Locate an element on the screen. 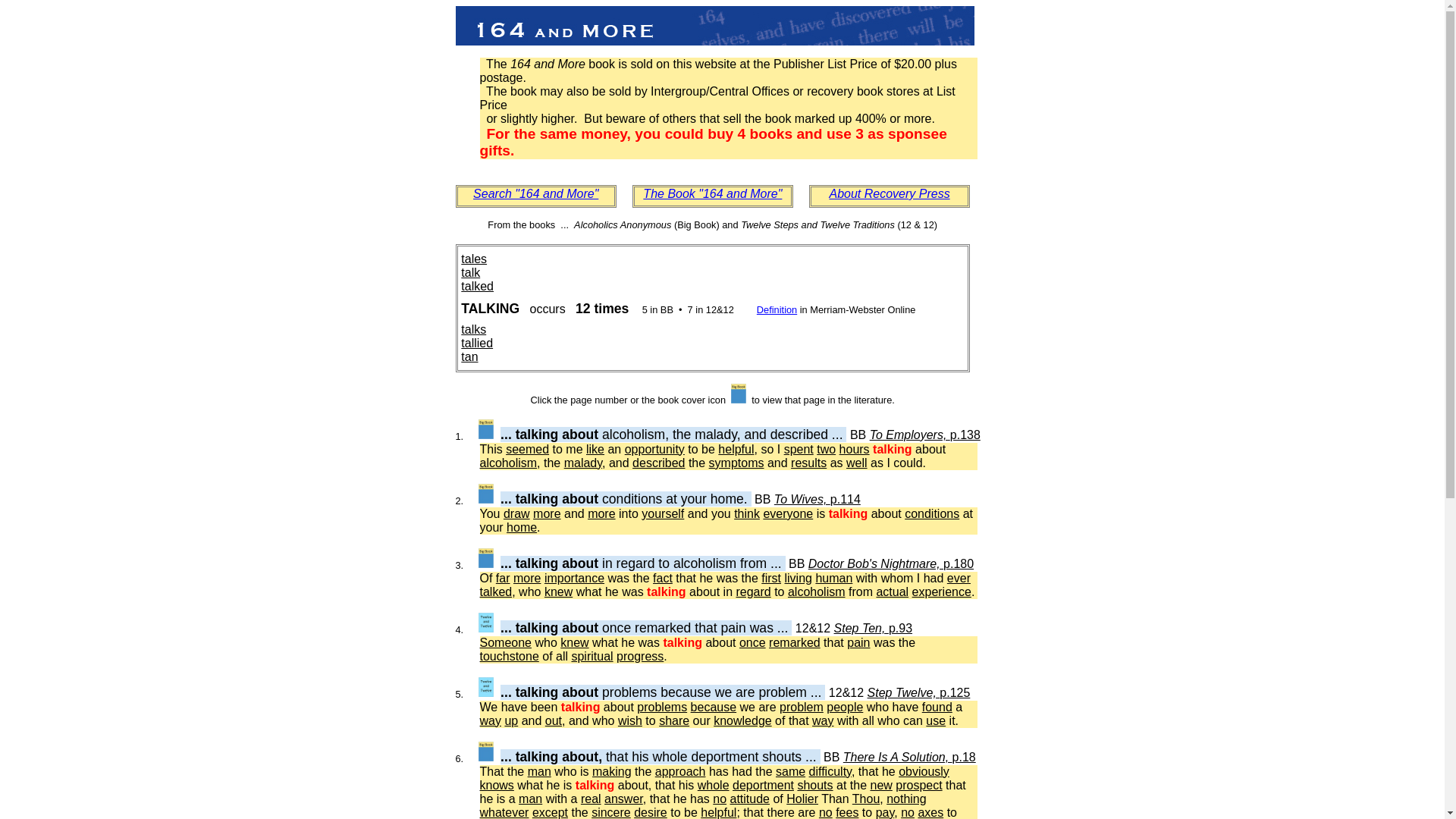  'because' is located at coordinates (713, 707).